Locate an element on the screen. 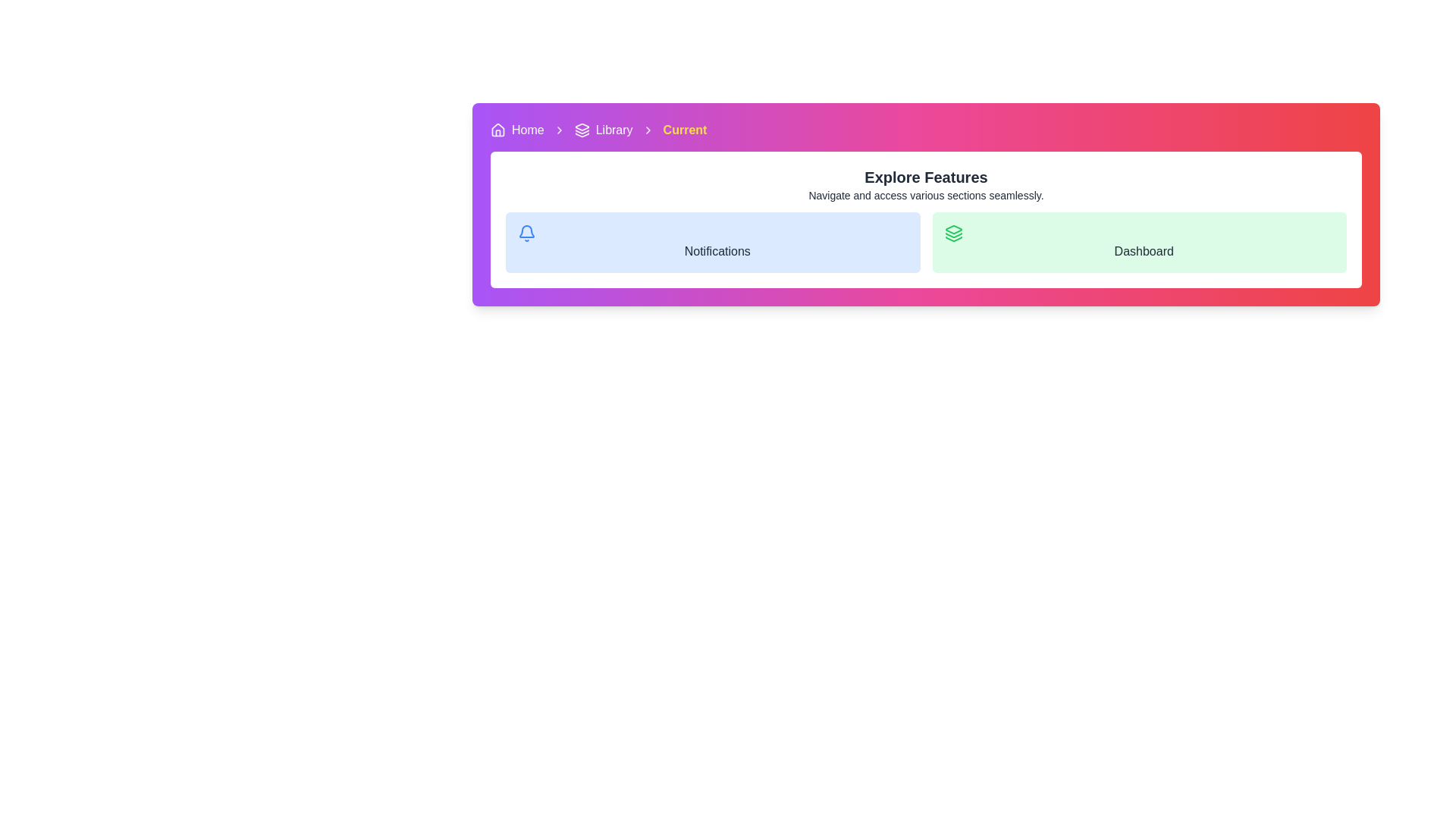 The image size is (1456, 819). the Breadcrumb item on the leftmost side of the breadcrumb navigation bar is located at coordinates (517, 130).